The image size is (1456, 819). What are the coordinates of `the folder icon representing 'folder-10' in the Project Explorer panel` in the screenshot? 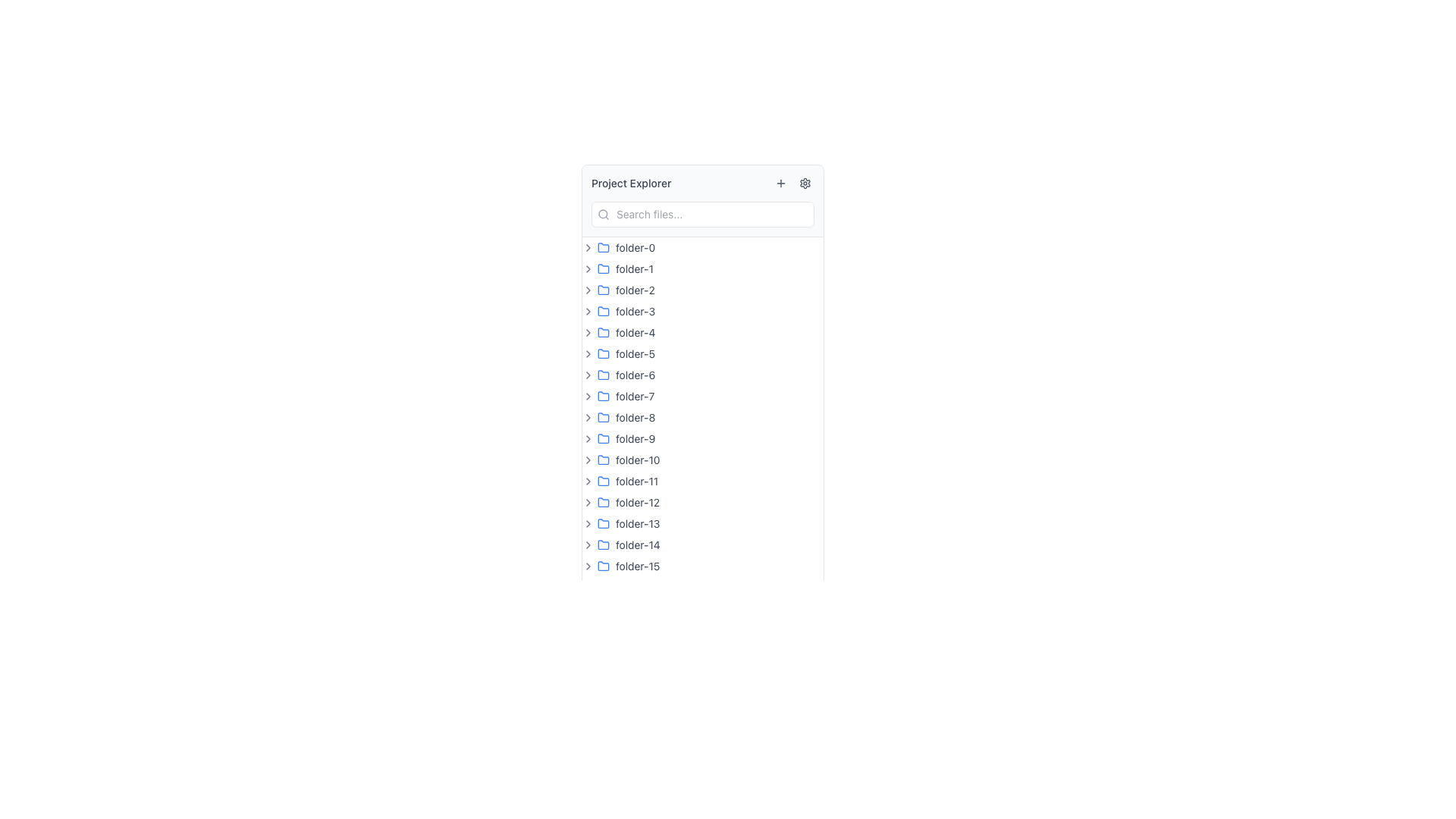 It's located at (603, 458).